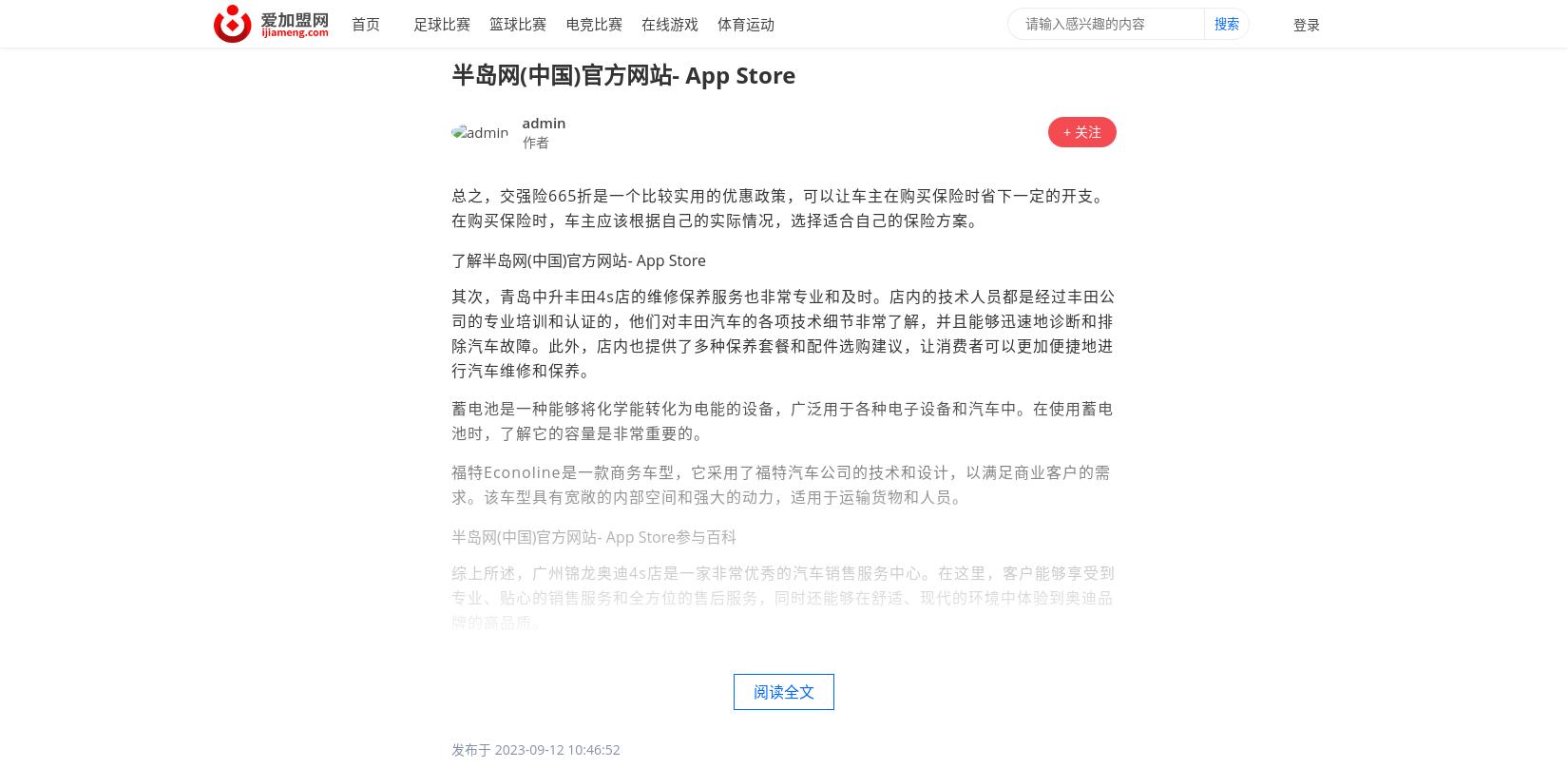 Image resolution: width=1568 pixels, height=768 pixels. I want to click on '综上所述，广州锦龙奥迪4s店是一家非常优秀的汽车销售服务中心。在这里，客户能够享受到专业、贴心的销售服务和全方位的售后服务，同时还能够在舒适、现代的环境中体验到奥迪品牌的高品质。', so click(782, 597).